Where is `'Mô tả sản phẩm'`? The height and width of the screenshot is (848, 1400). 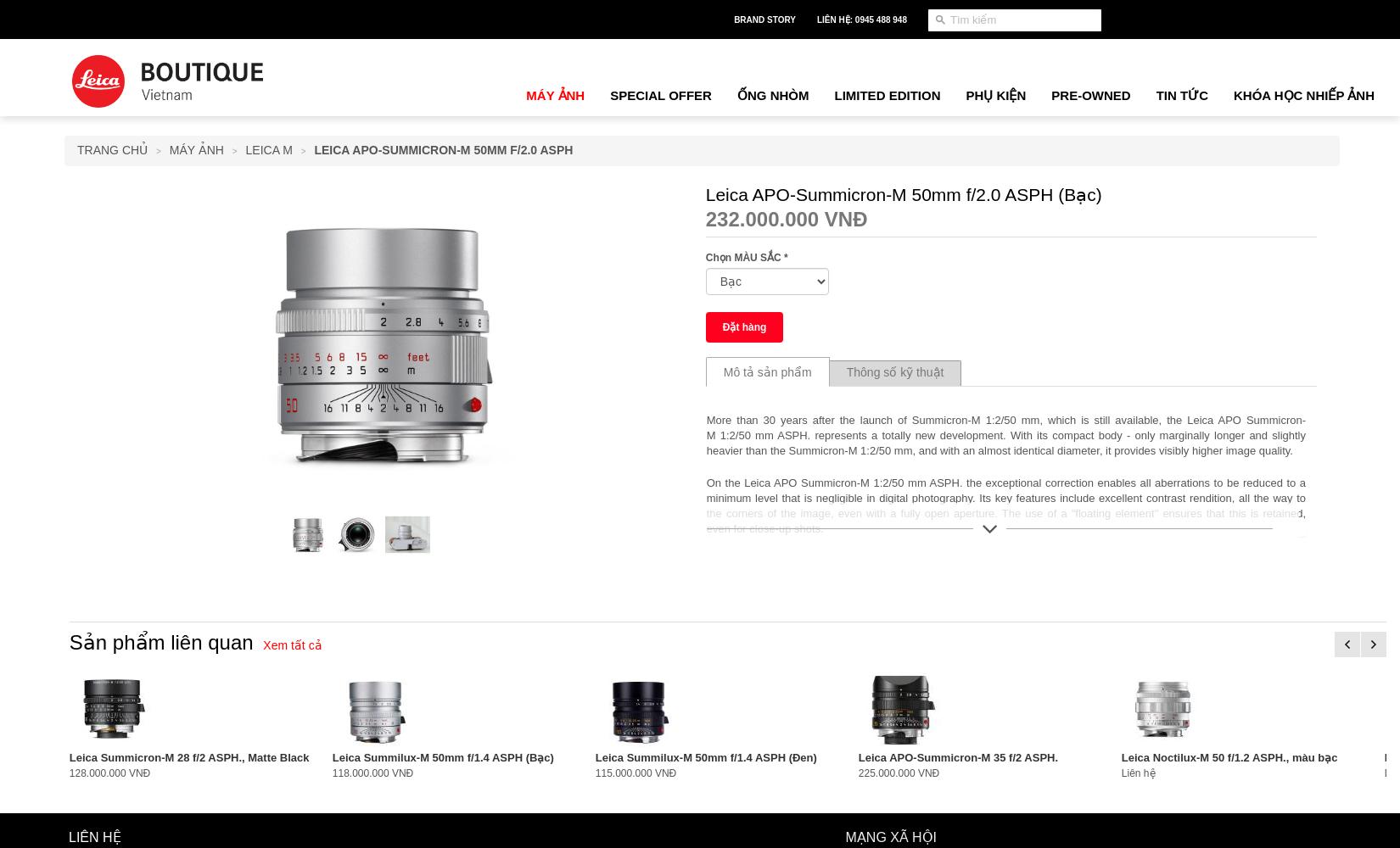 'Mô tả sản phẩm' is located at coordinates (767, 371).